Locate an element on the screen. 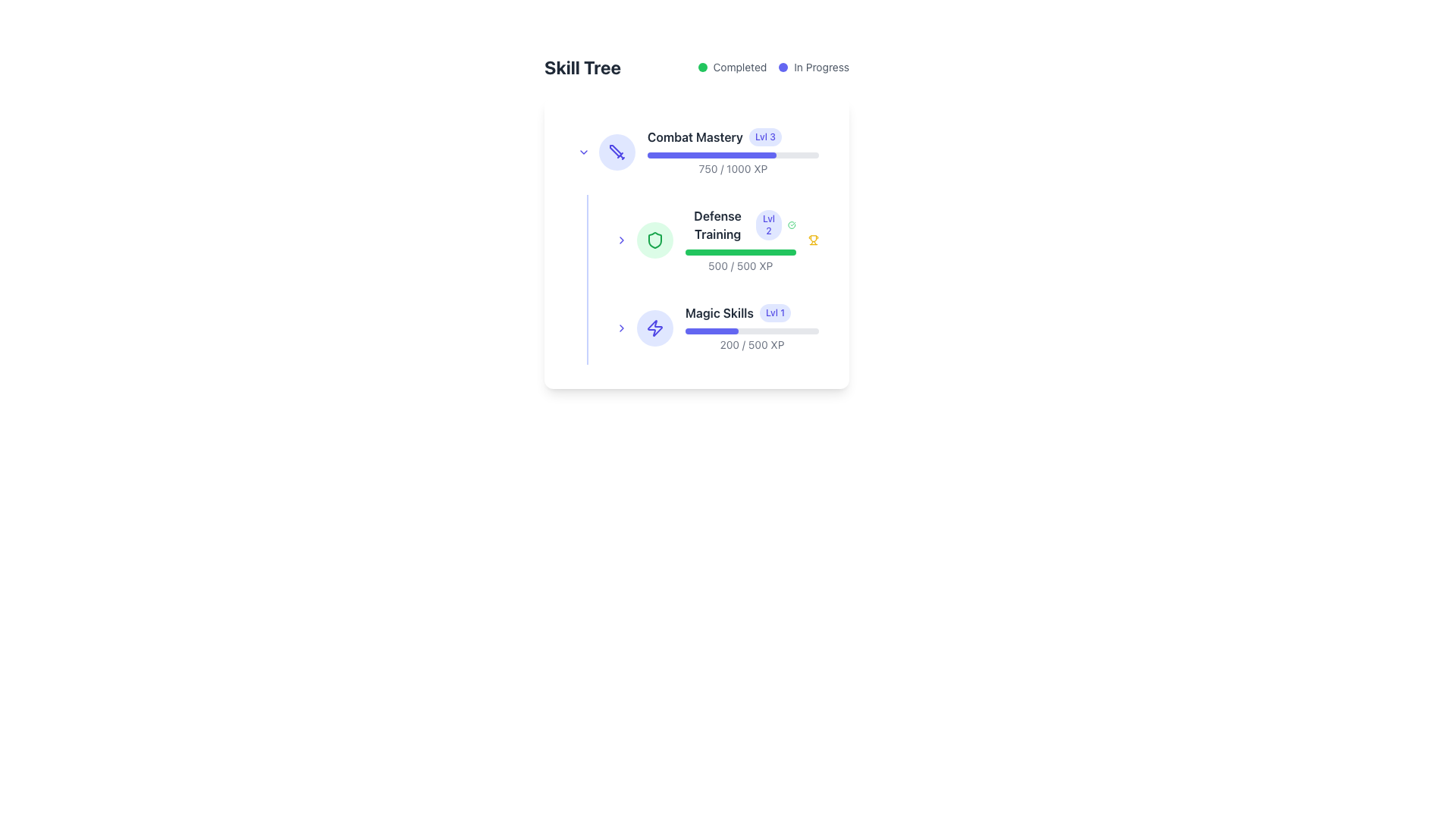  the 'Magic Skills' label which is displayed in bold dark gray font, located above a progress bar in the skill tree interface is located at coordinates (719, 312).